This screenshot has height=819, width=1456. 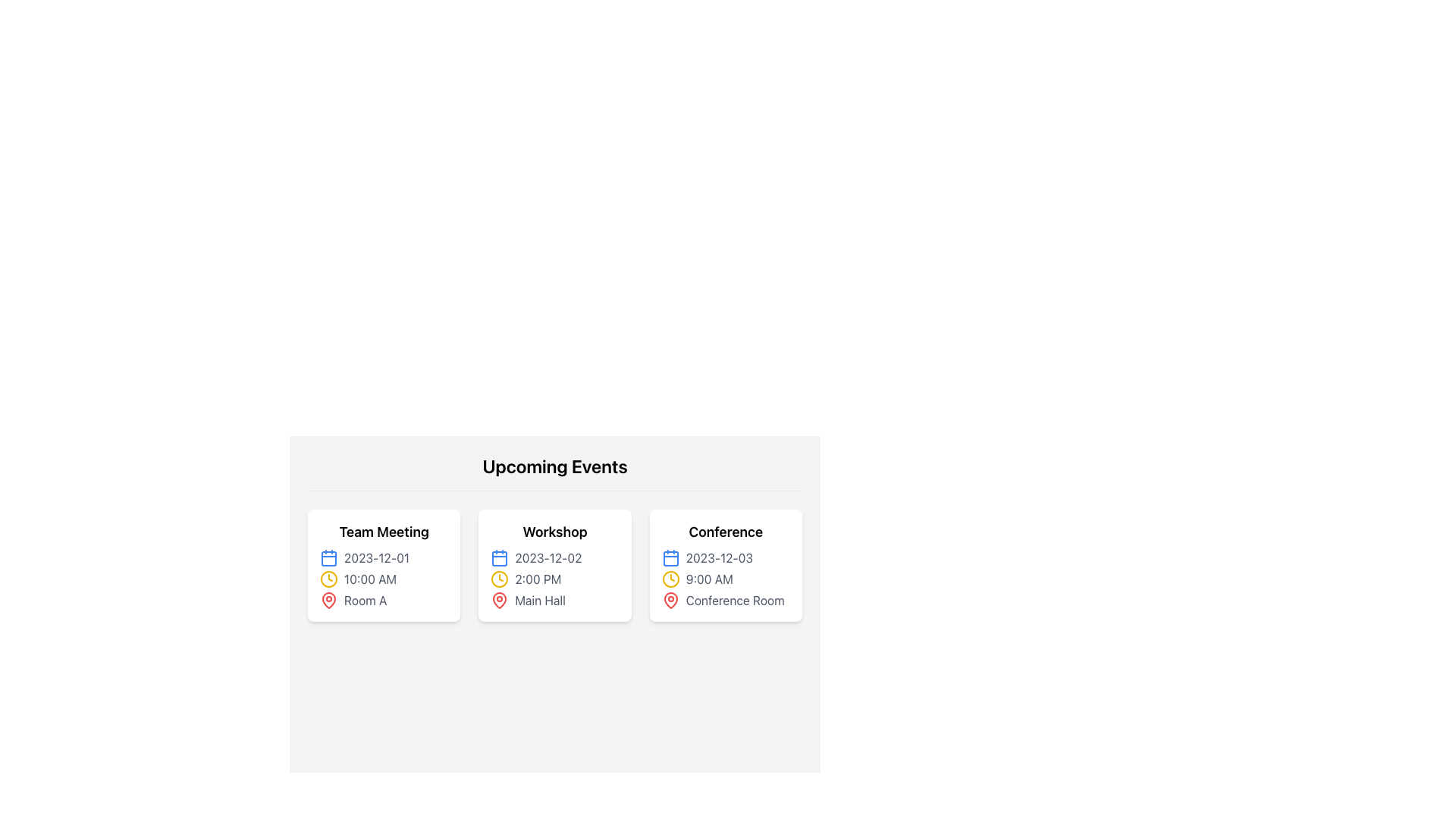 What do you see at coordinates (725, 565) in the screenshot?
I see `the Event Card that represents an upcoming event, which is the third card in a horizontally aligned grid, located to the immediate right of the 'Workshop' card` at bounding box center [725, 565].